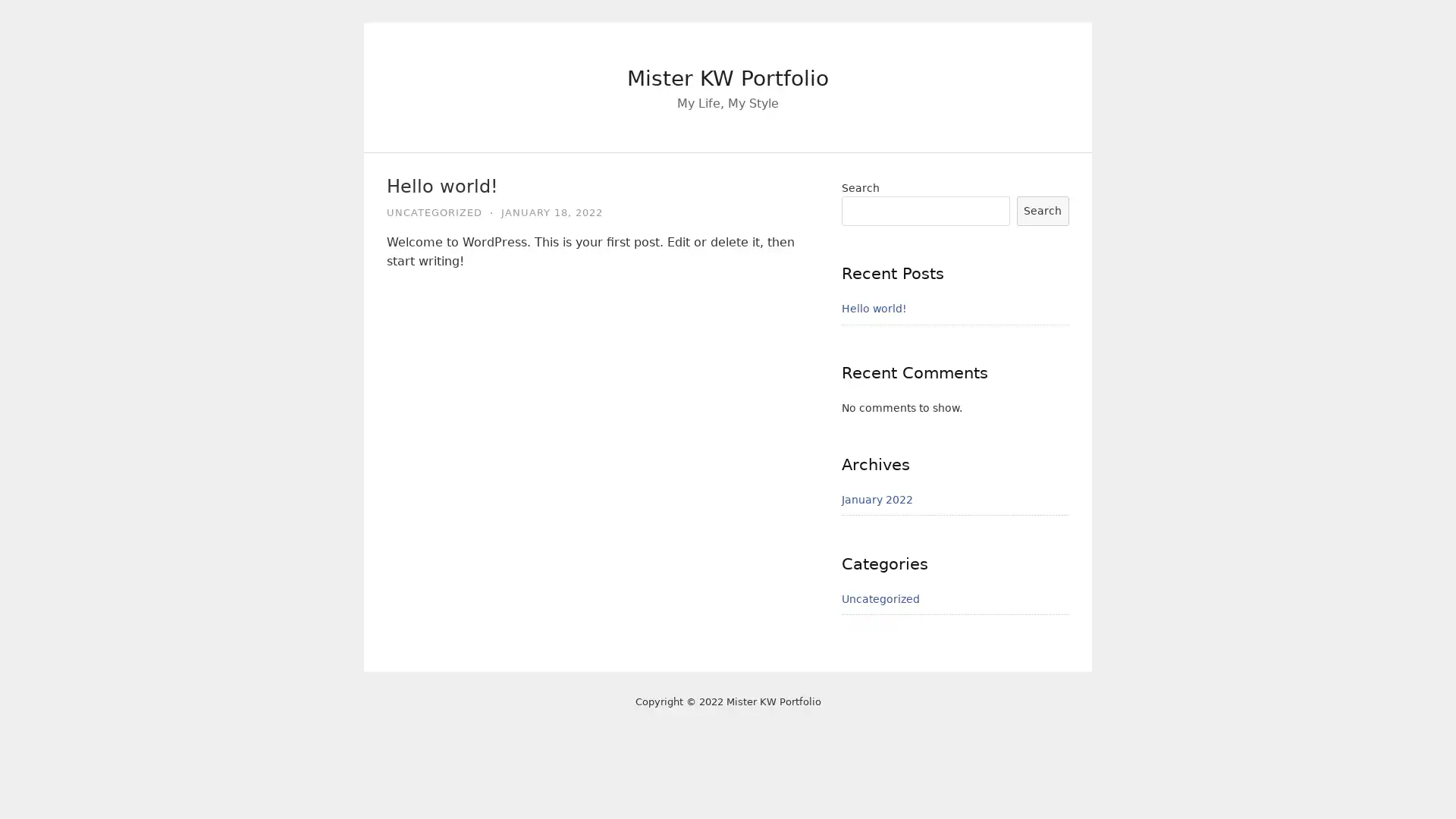 The image size is (1456, 819). I want to click on Search, so click(1041, 210).